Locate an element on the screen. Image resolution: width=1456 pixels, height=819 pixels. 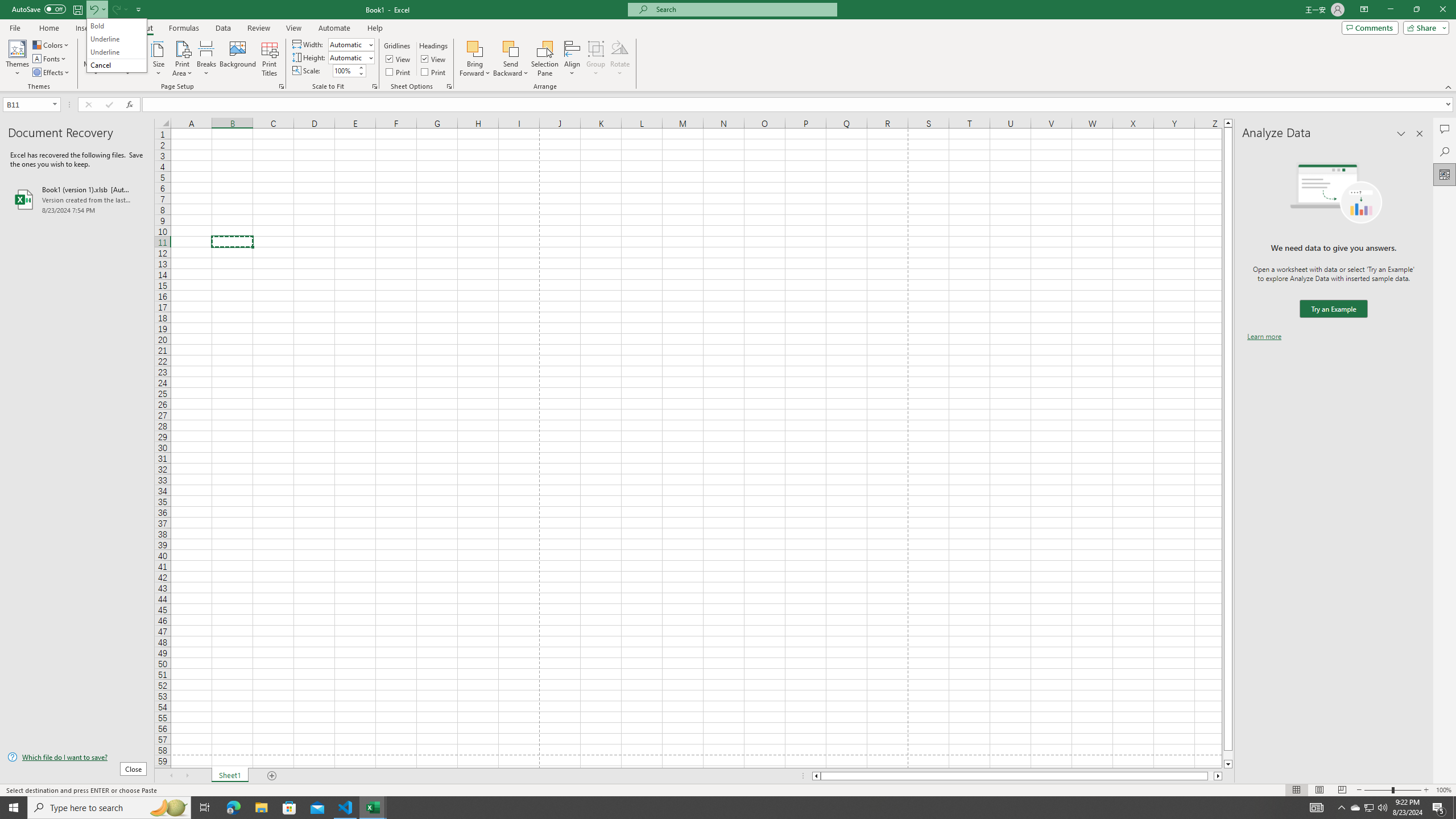
'Background...' is located at coordinates (237, 59).